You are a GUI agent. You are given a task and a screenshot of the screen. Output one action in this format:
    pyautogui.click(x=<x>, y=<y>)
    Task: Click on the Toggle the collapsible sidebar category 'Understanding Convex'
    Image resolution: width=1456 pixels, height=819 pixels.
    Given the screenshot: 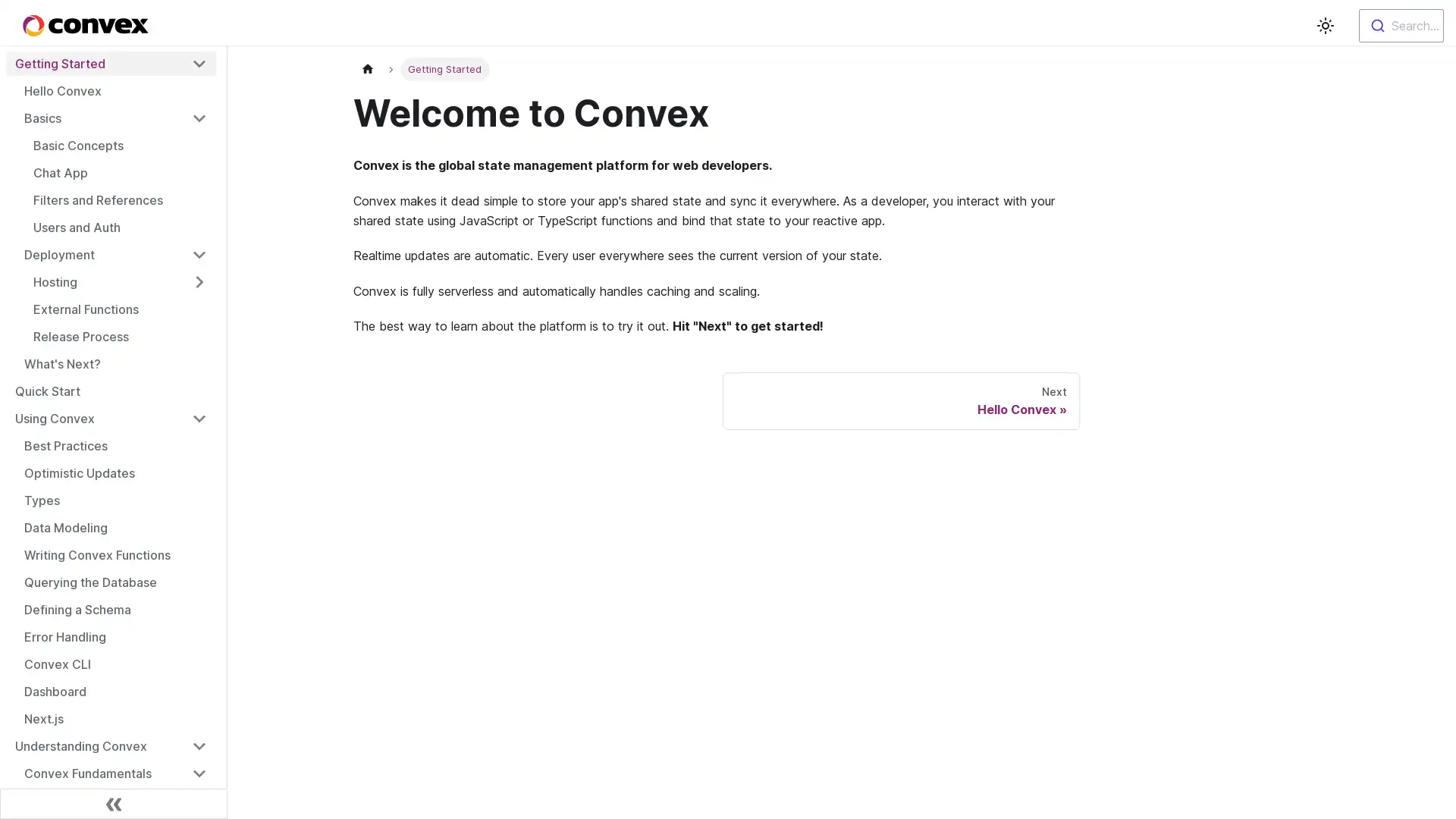 What is the action you would take?
    pyautogui.click(x=199, y=745)
    